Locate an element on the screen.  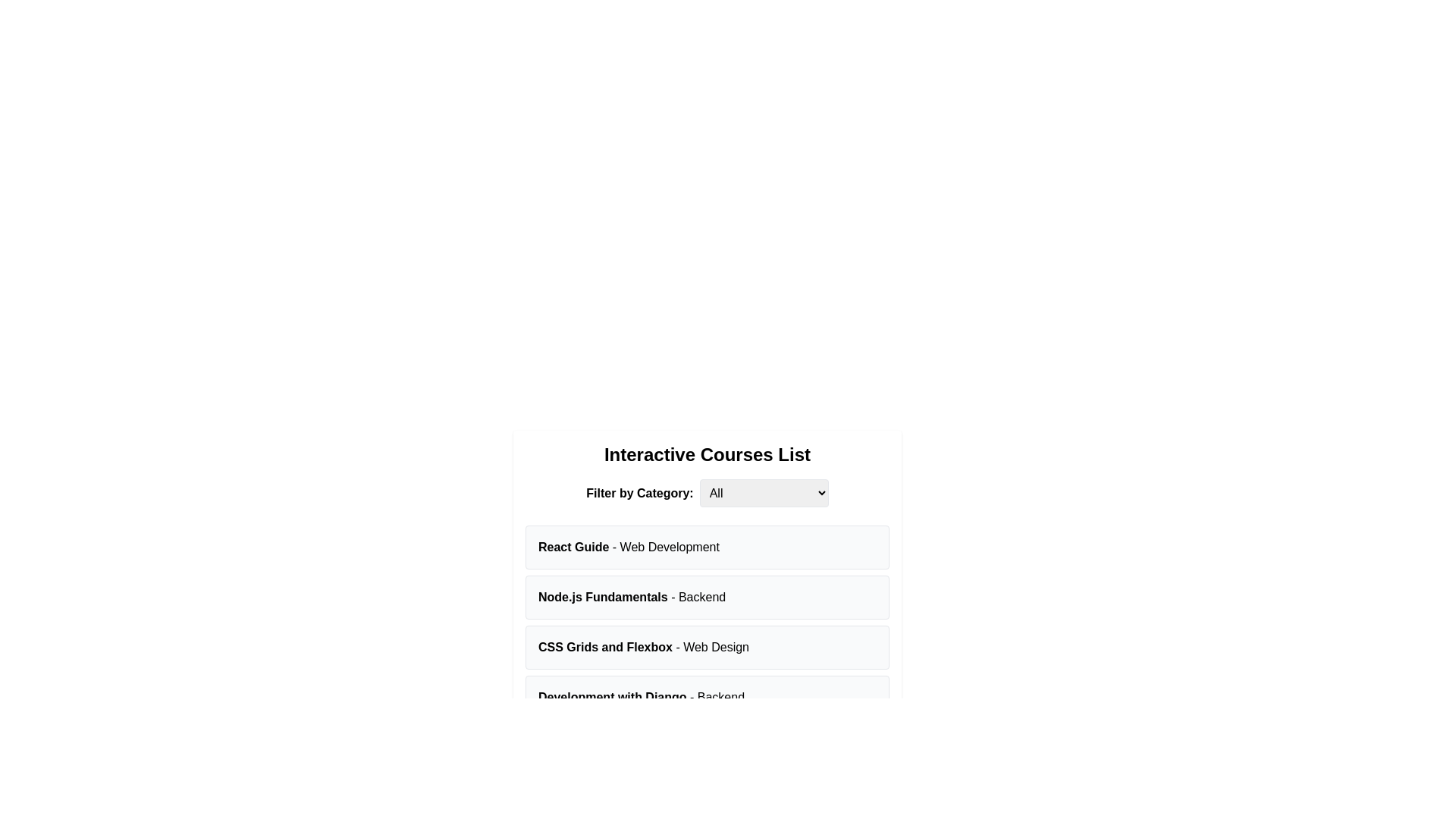
the static text label that reads 'CSS Grids and Flexbox', which is the third item in the list of courses on the web page is located at coordinates (604, 647).